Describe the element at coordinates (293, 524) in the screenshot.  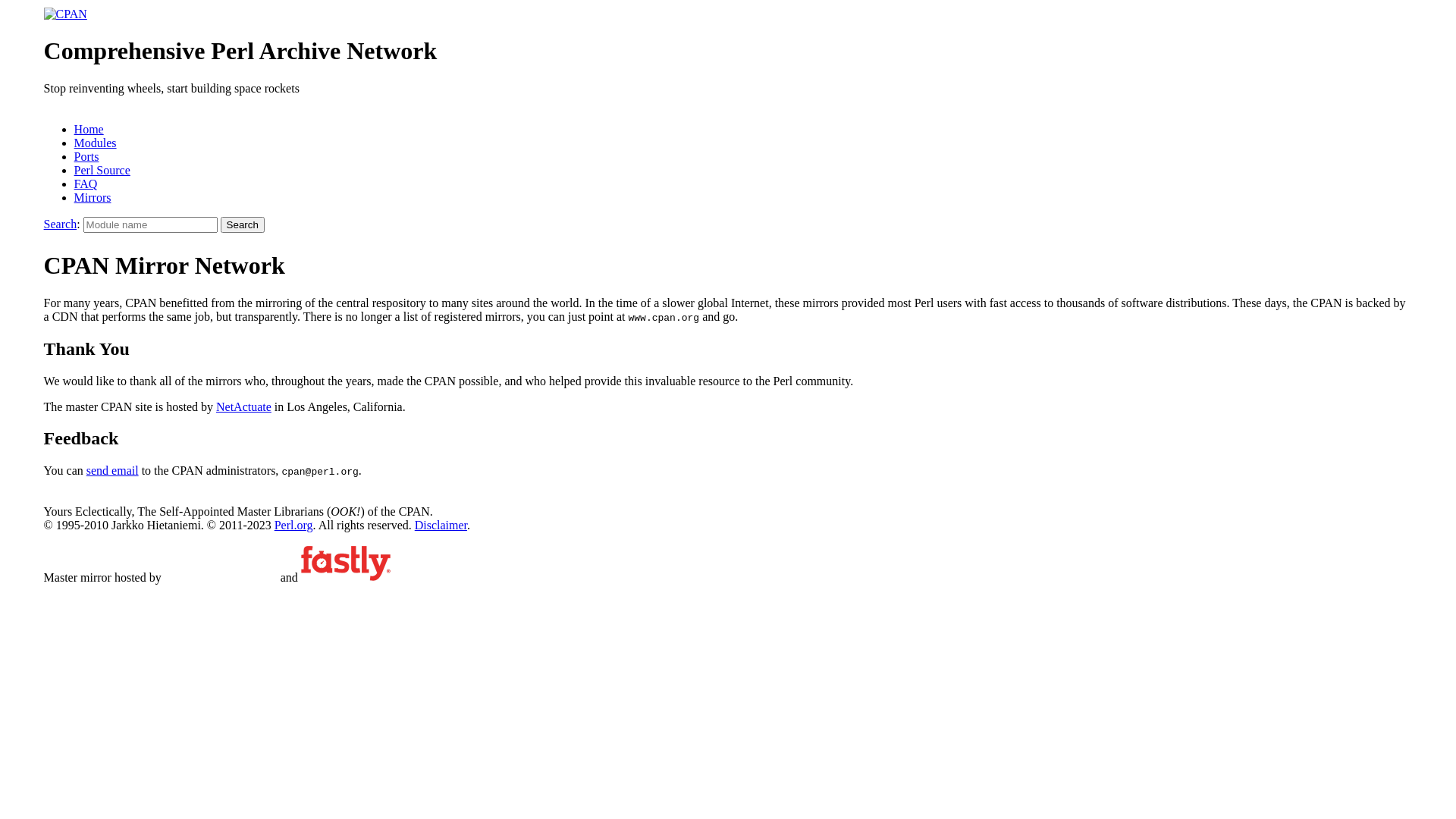
I see `'Perl.org'` at that location.